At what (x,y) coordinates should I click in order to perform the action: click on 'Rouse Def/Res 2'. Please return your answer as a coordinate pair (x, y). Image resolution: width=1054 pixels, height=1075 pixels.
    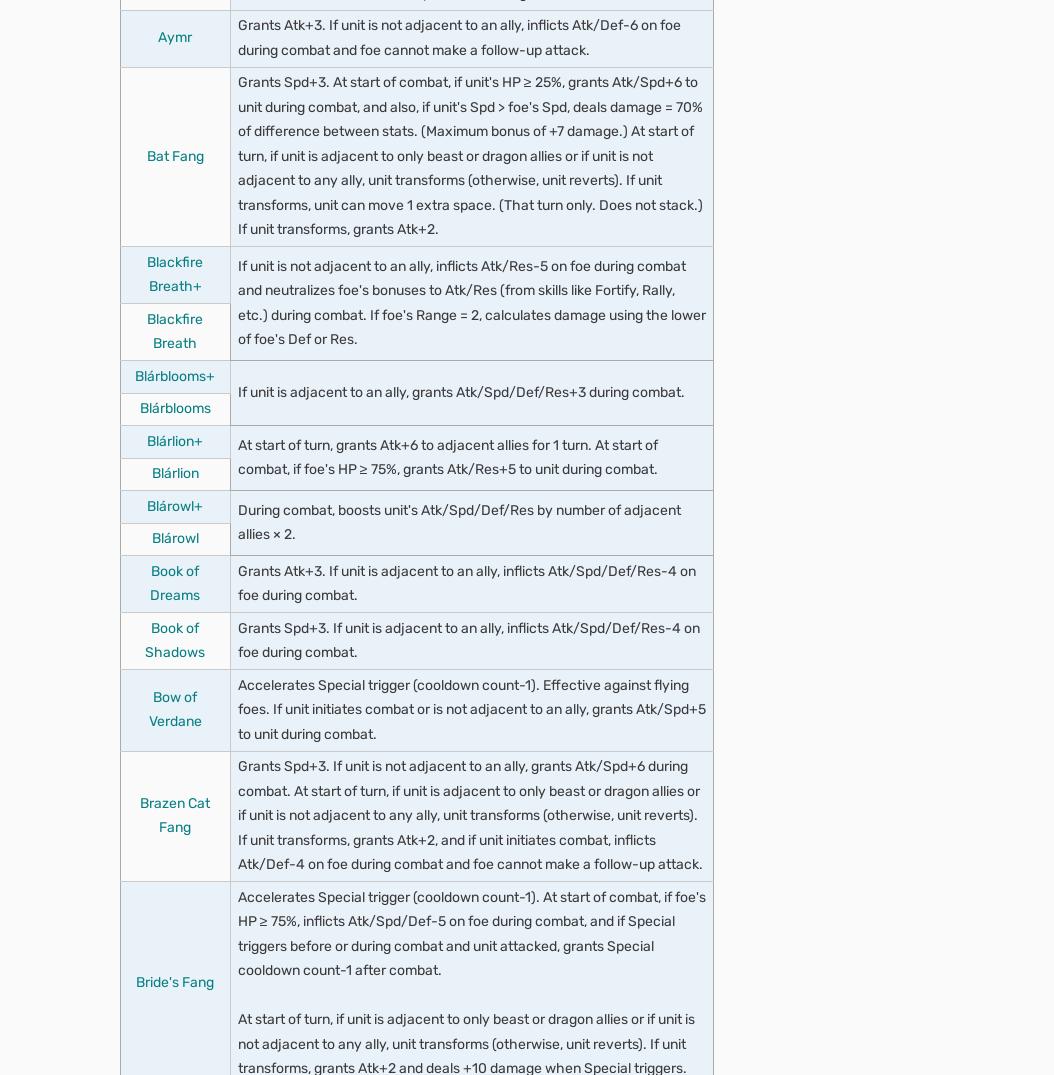
    Looking at the image, I should click on (208, 793).